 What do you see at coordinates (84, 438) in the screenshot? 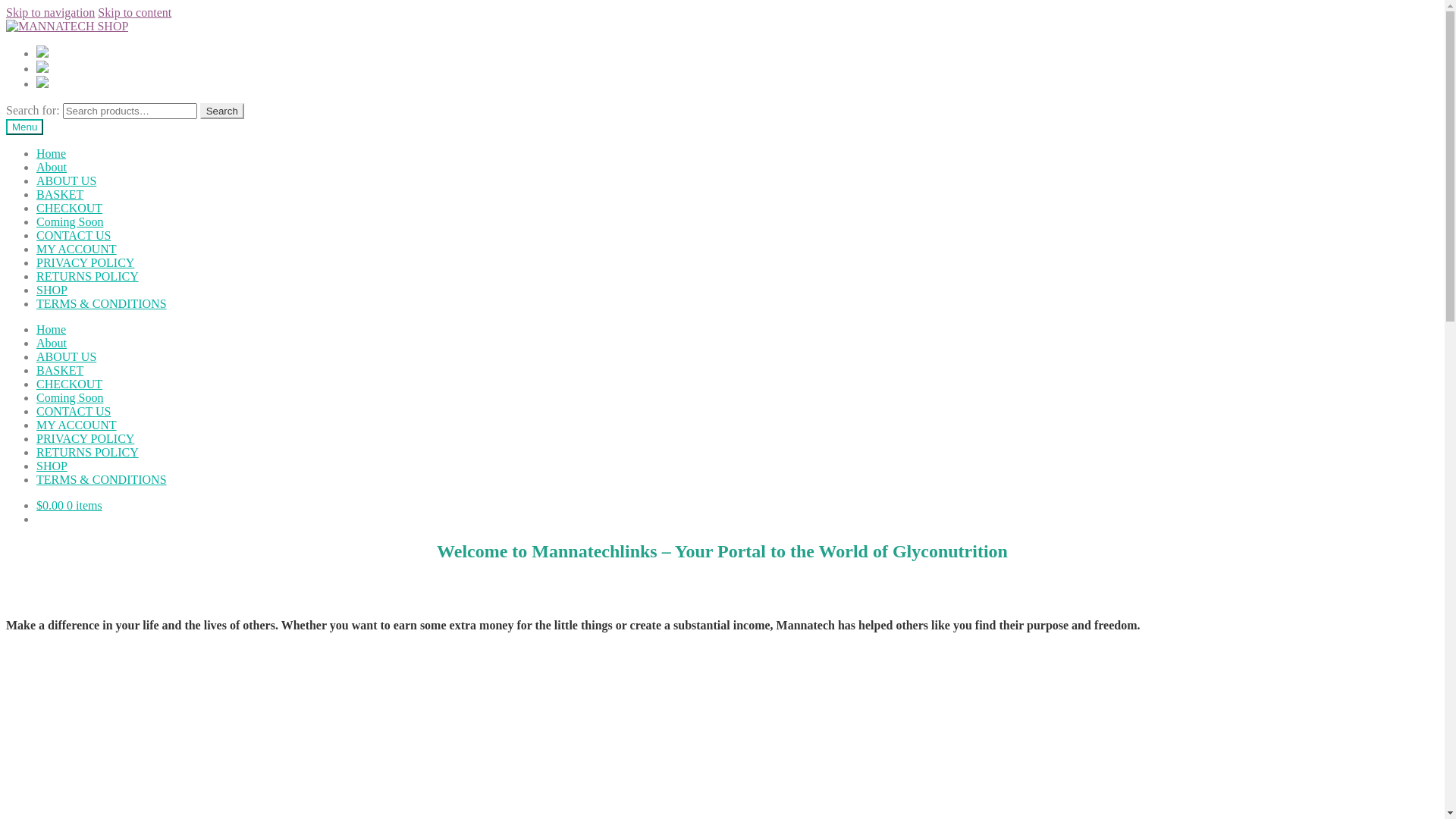
I see `'PRIVACY POLICY'` at bounding box center [84, 438].